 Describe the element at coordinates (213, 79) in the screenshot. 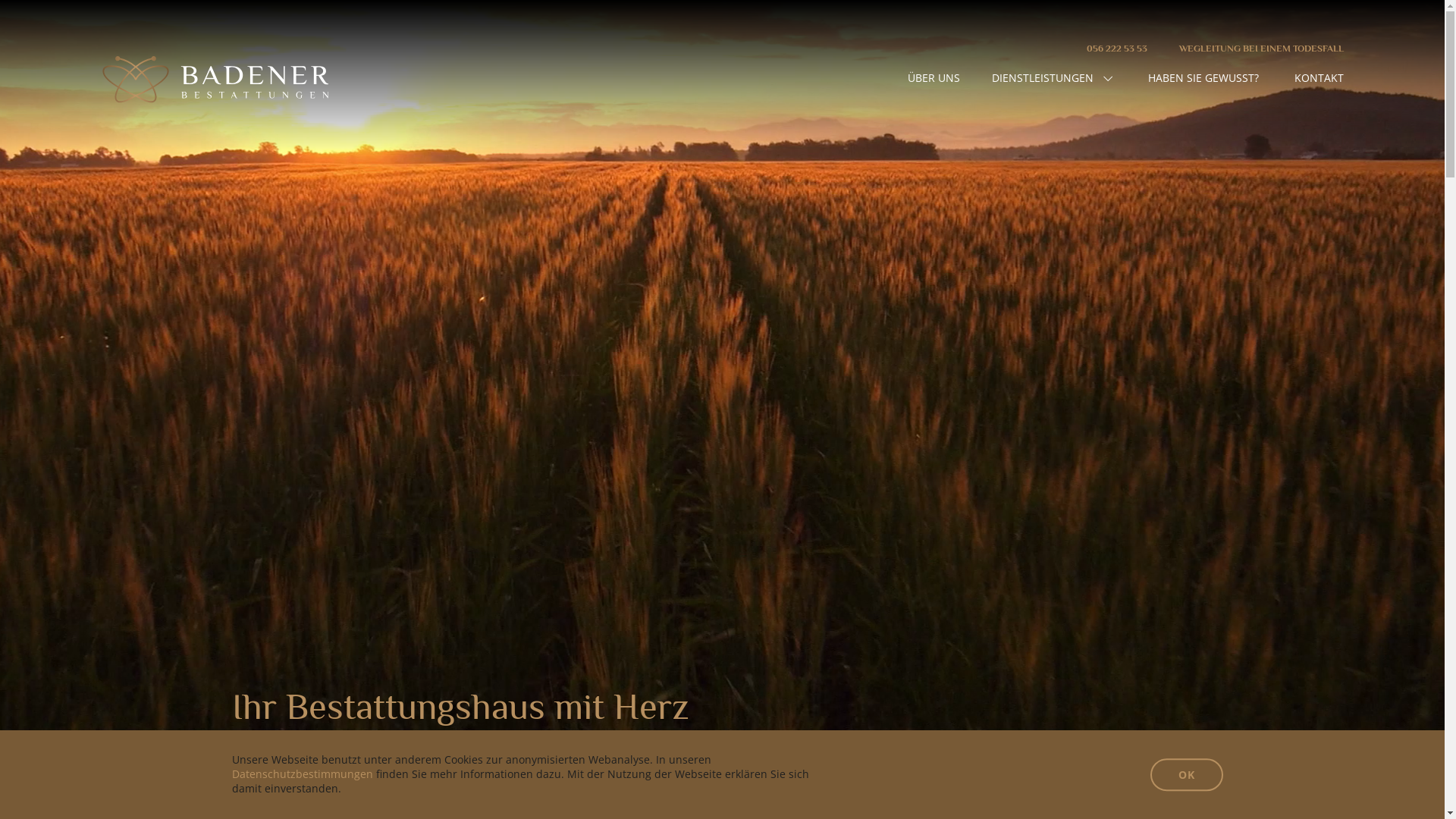

I see `'Home - Badener Bestattungen'` at that location.